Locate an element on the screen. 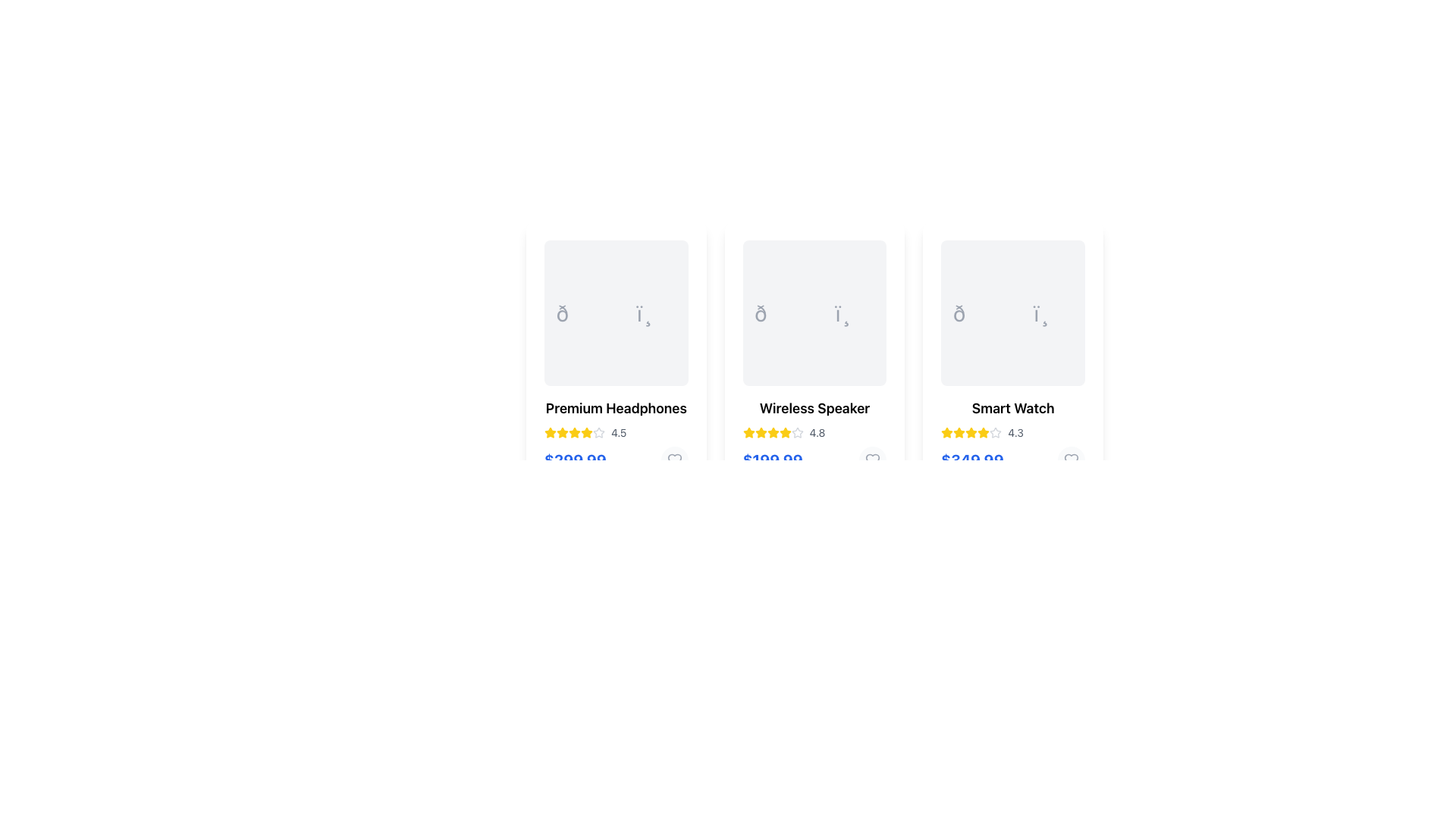  the first star icon is located at coordinates (598, 432).